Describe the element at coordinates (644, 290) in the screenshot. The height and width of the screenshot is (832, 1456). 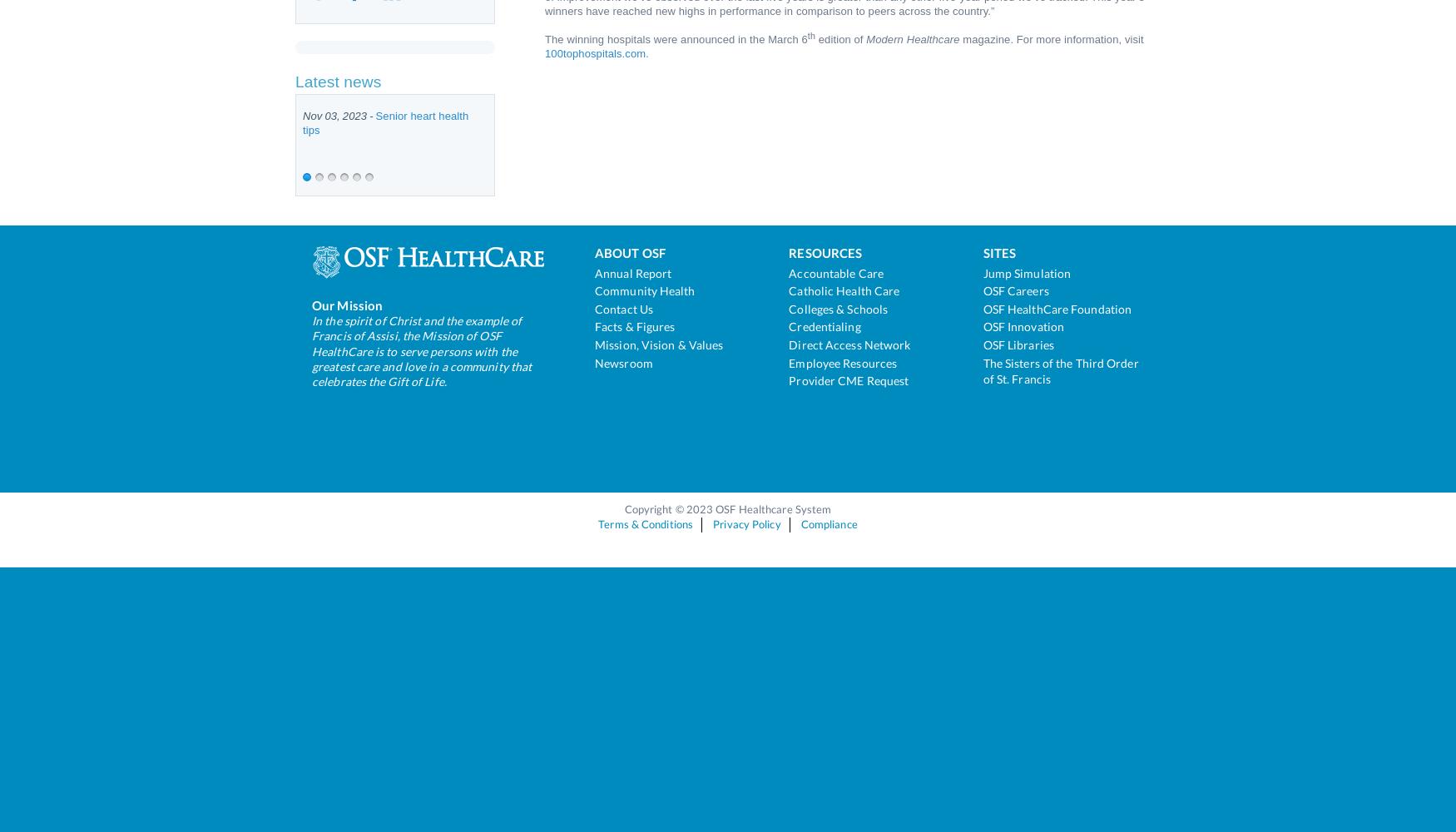
I see `'Community Health'` at that location.